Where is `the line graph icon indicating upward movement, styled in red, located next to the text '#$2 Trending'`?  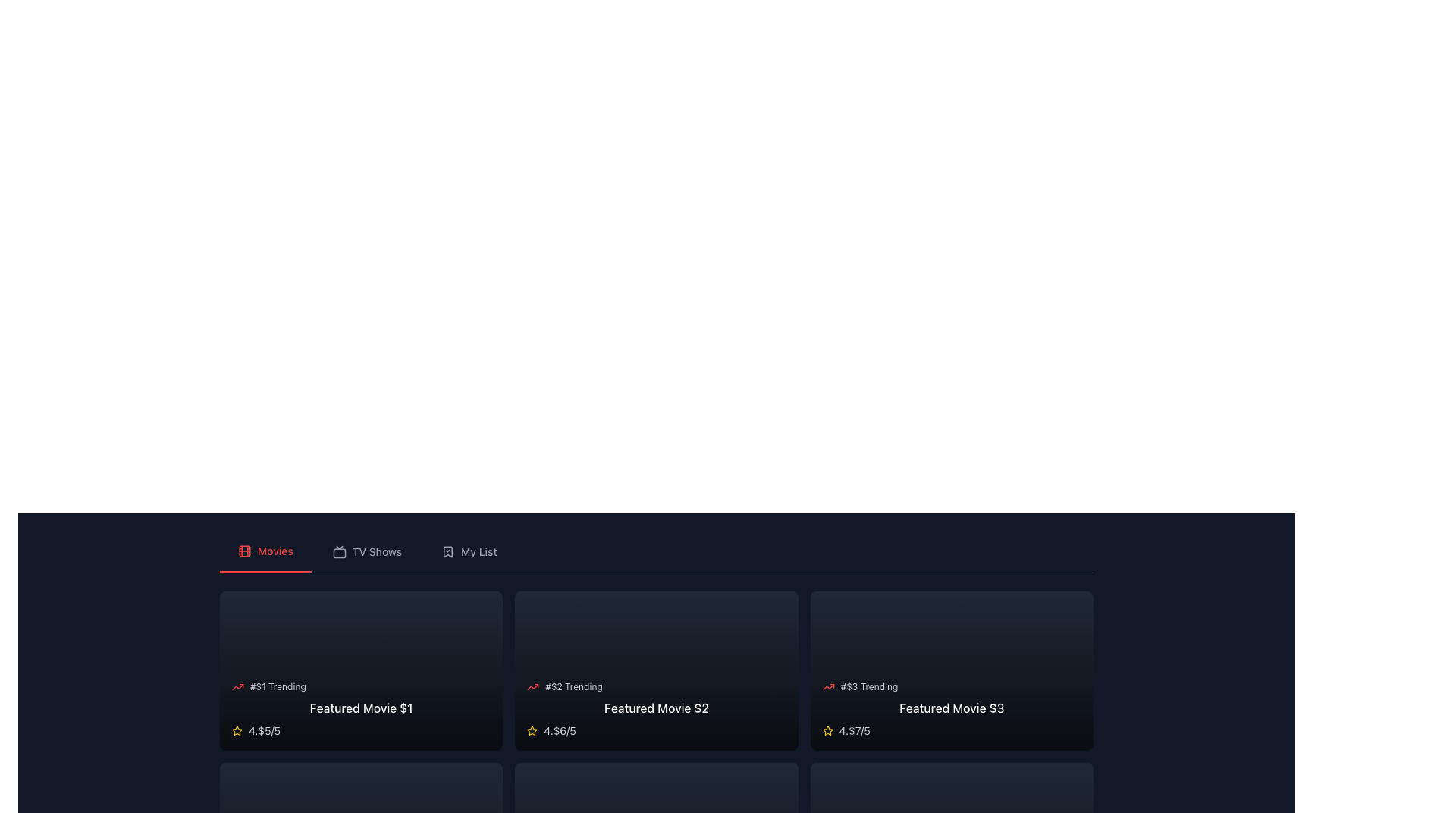 the line graph icon indicating upward movement, styled in red, located next to the text '#$2 Trending' is located at coordinates (533, 687).